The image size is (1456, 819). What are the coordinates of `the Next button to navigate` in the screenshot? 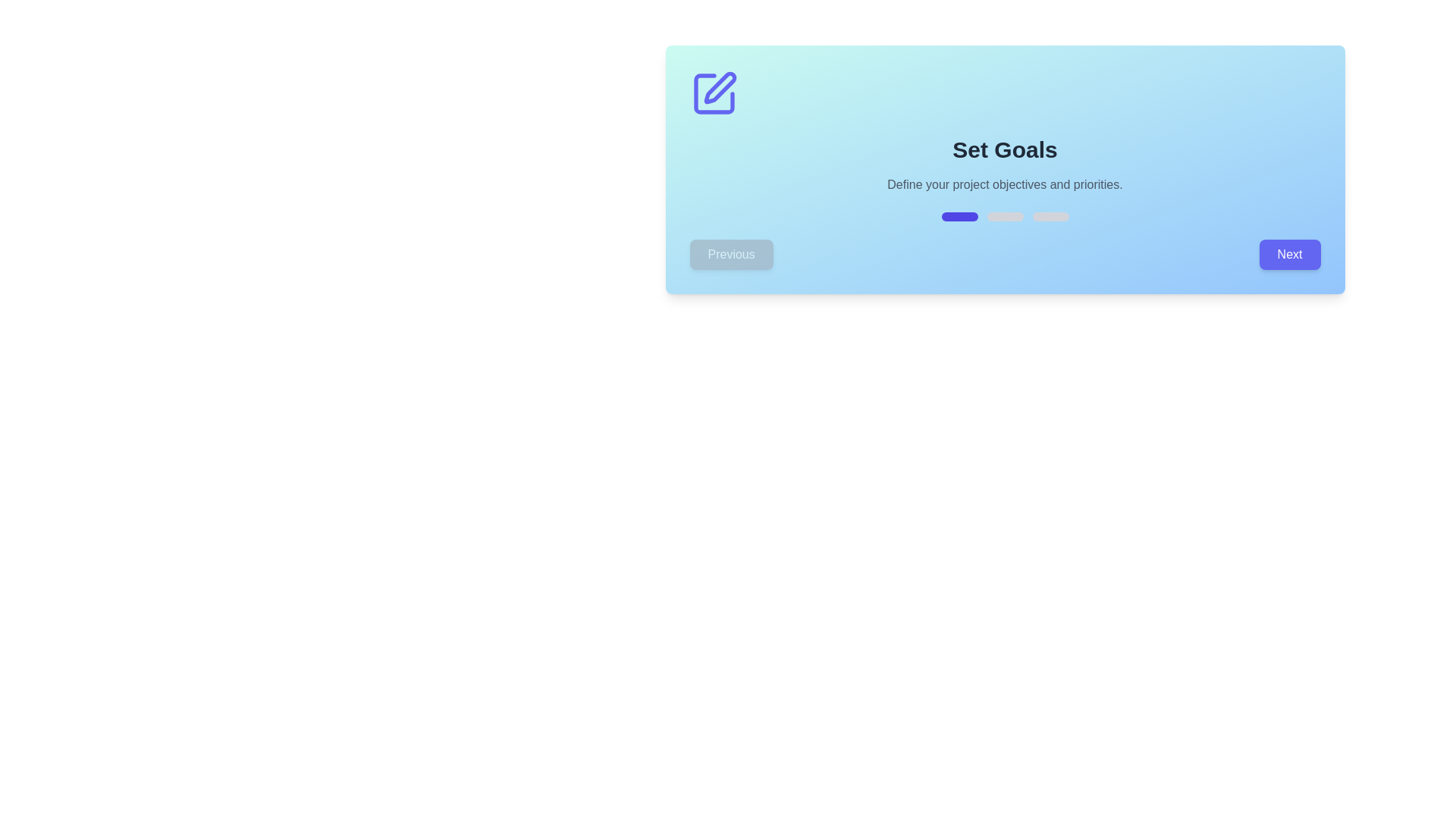 It's located at (1289, 253).